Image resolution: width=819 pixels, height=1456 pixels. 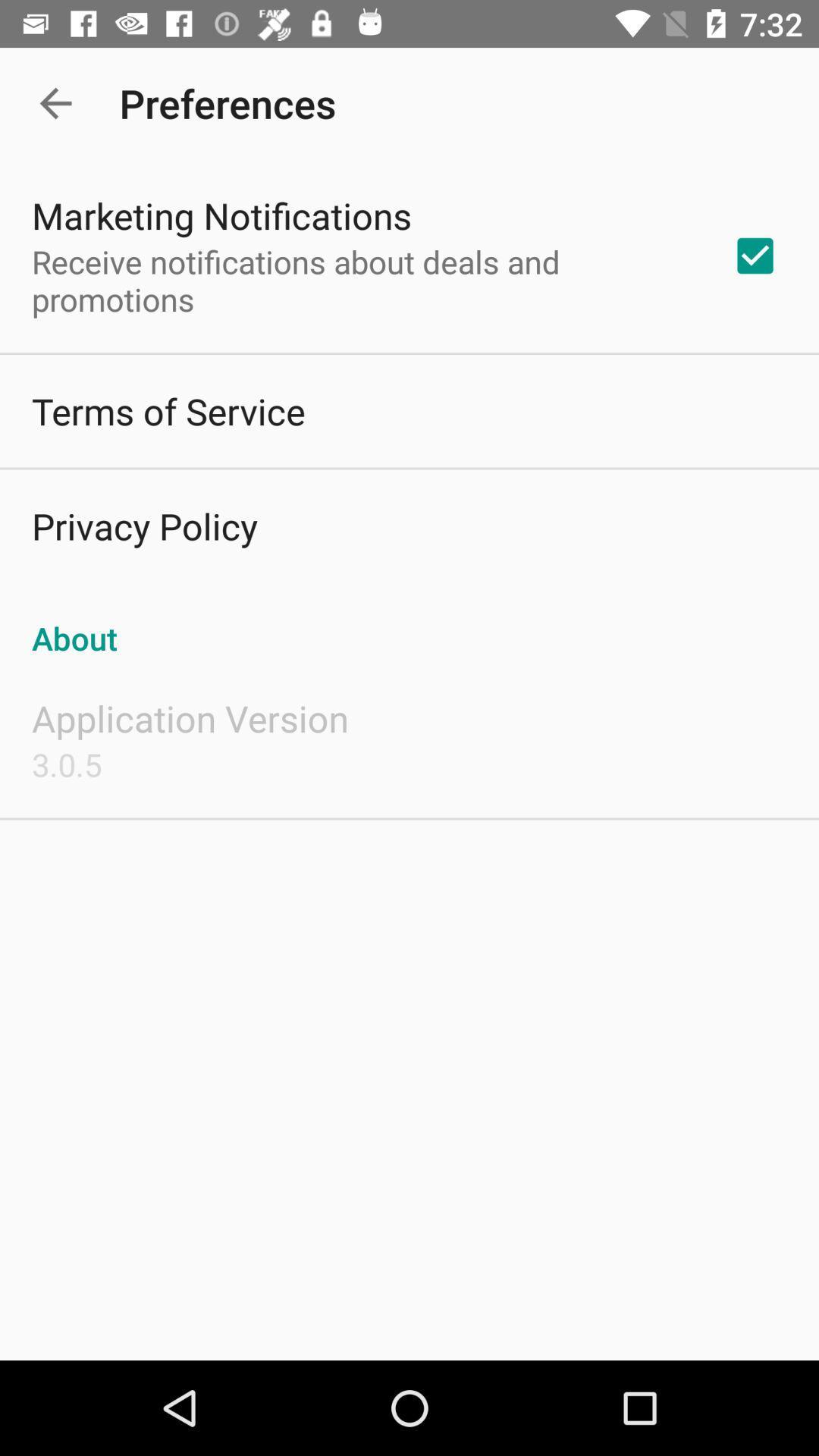 What do you see at coordinates (189, 717) in the screenshot?
I see `application version app` at bounding box center [189, 717].